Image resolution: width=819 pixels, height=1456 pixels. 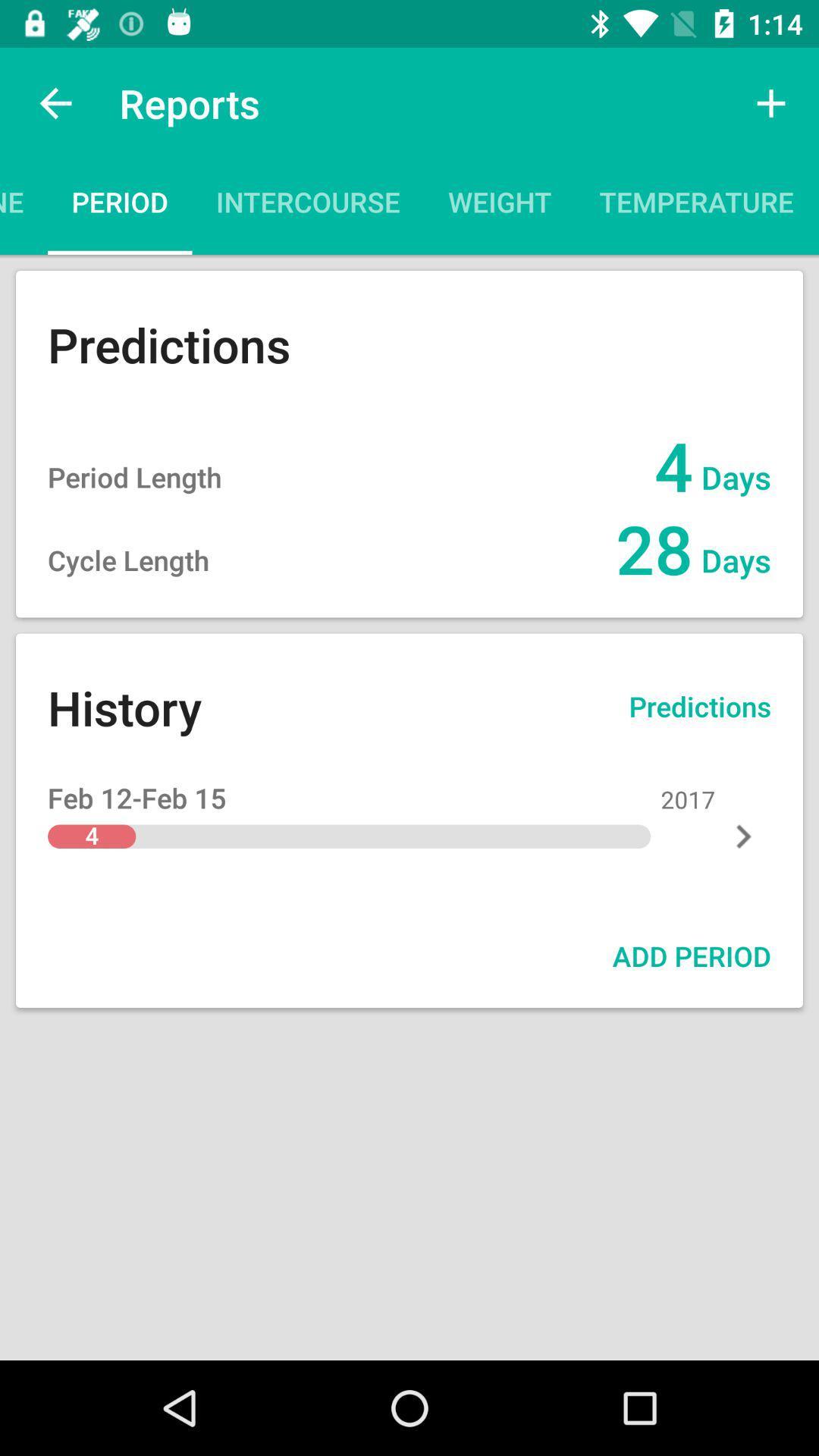 What do you see at coordinates (771, 102) in the screenshot?
I see `icon next to symptoms` at bounding box center [771, 102].